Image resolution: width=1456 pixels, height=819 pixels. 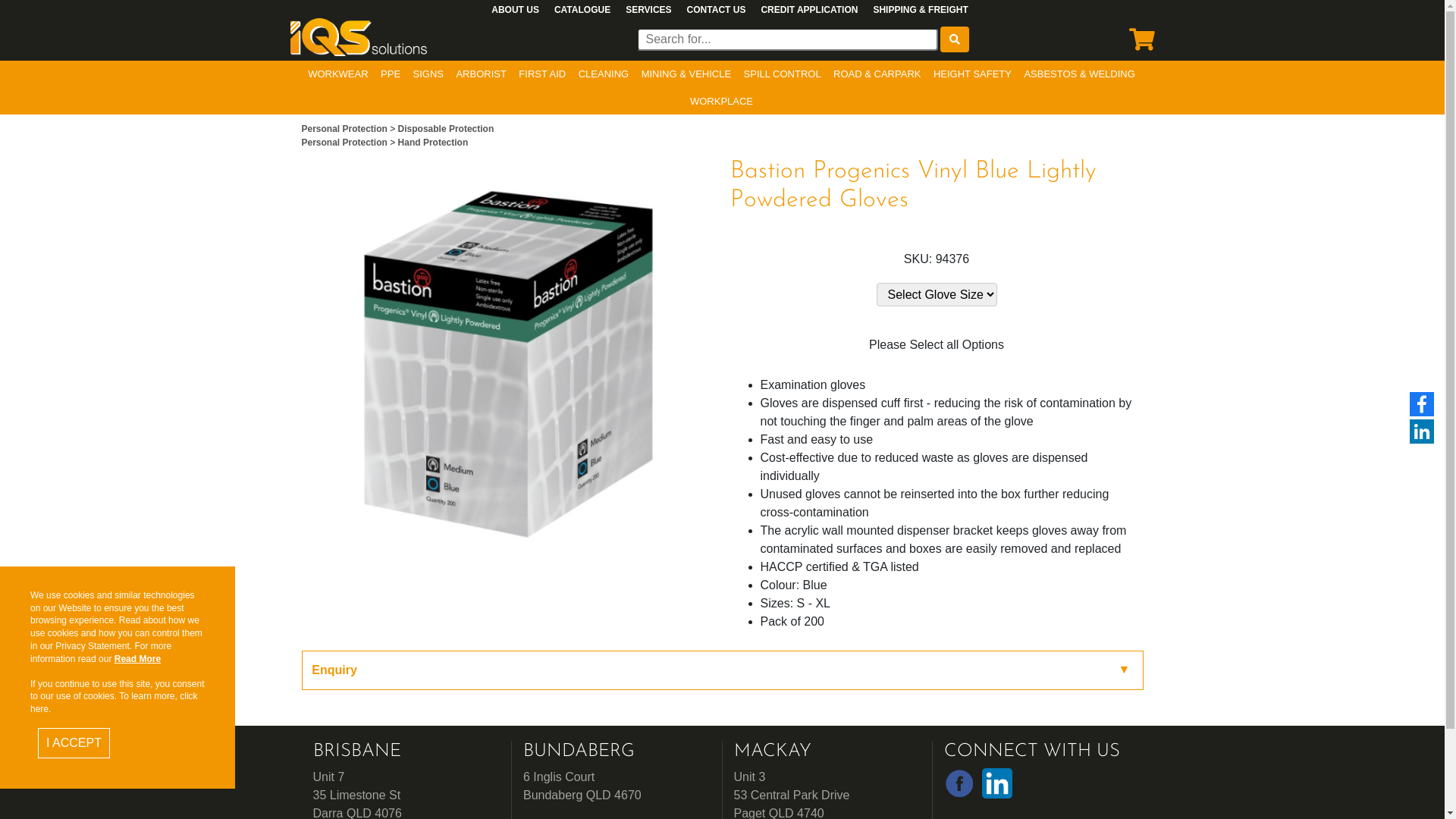 What do you see at coordinates (345, 143) in the screenshot?
I see `'Personal Protection'` at bounding box center [345, 143].